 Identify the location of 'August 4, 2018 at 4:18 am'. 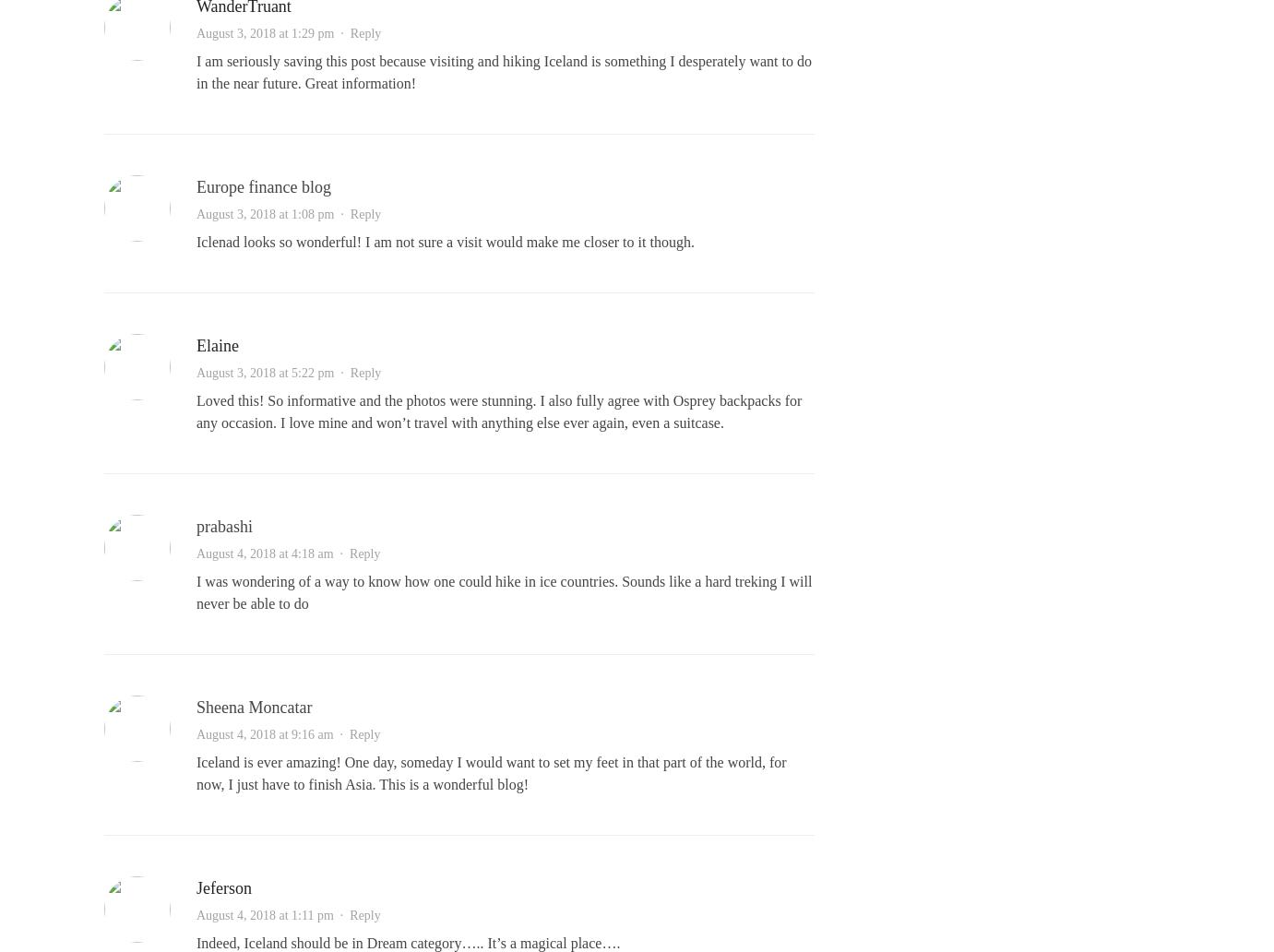
(195, 553).